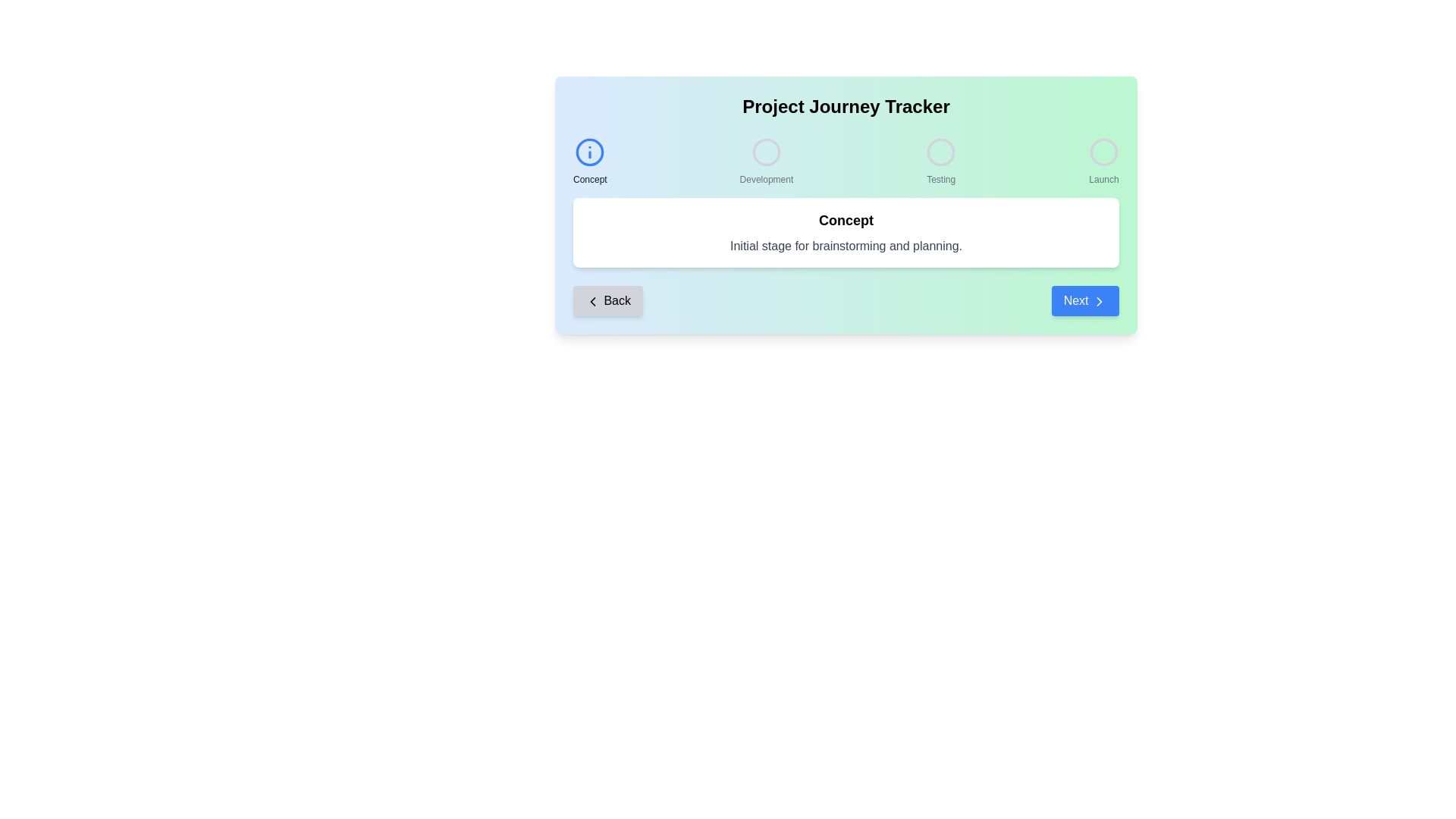  I want to click on the 'Back' button located at the bottom-left corner of the main card component, so click(607, 301).